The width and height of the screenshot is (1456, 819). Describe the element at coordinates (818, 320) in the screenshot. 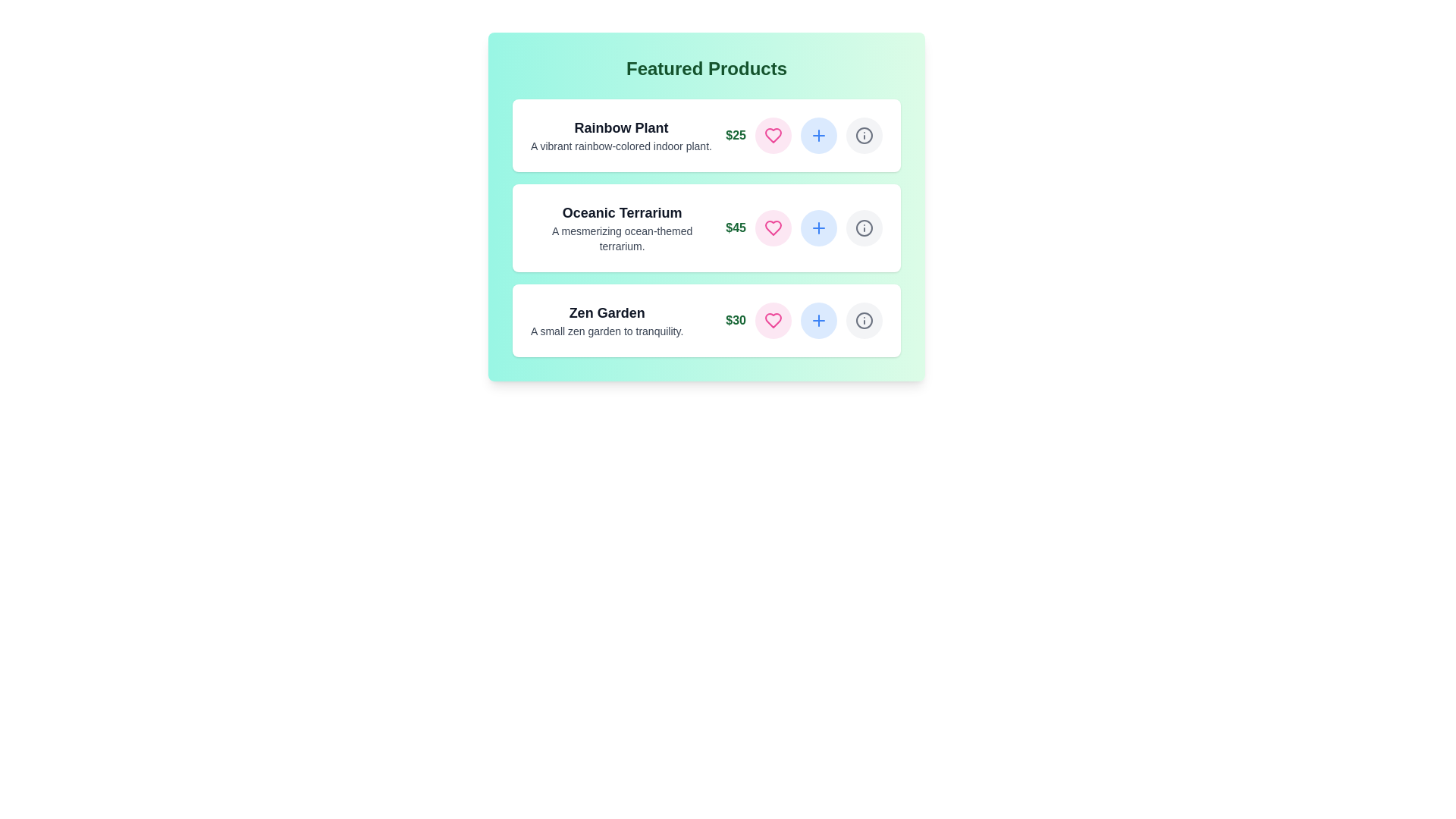

I see `plus button for the product Zen Garden to add it to the cart` at that location.